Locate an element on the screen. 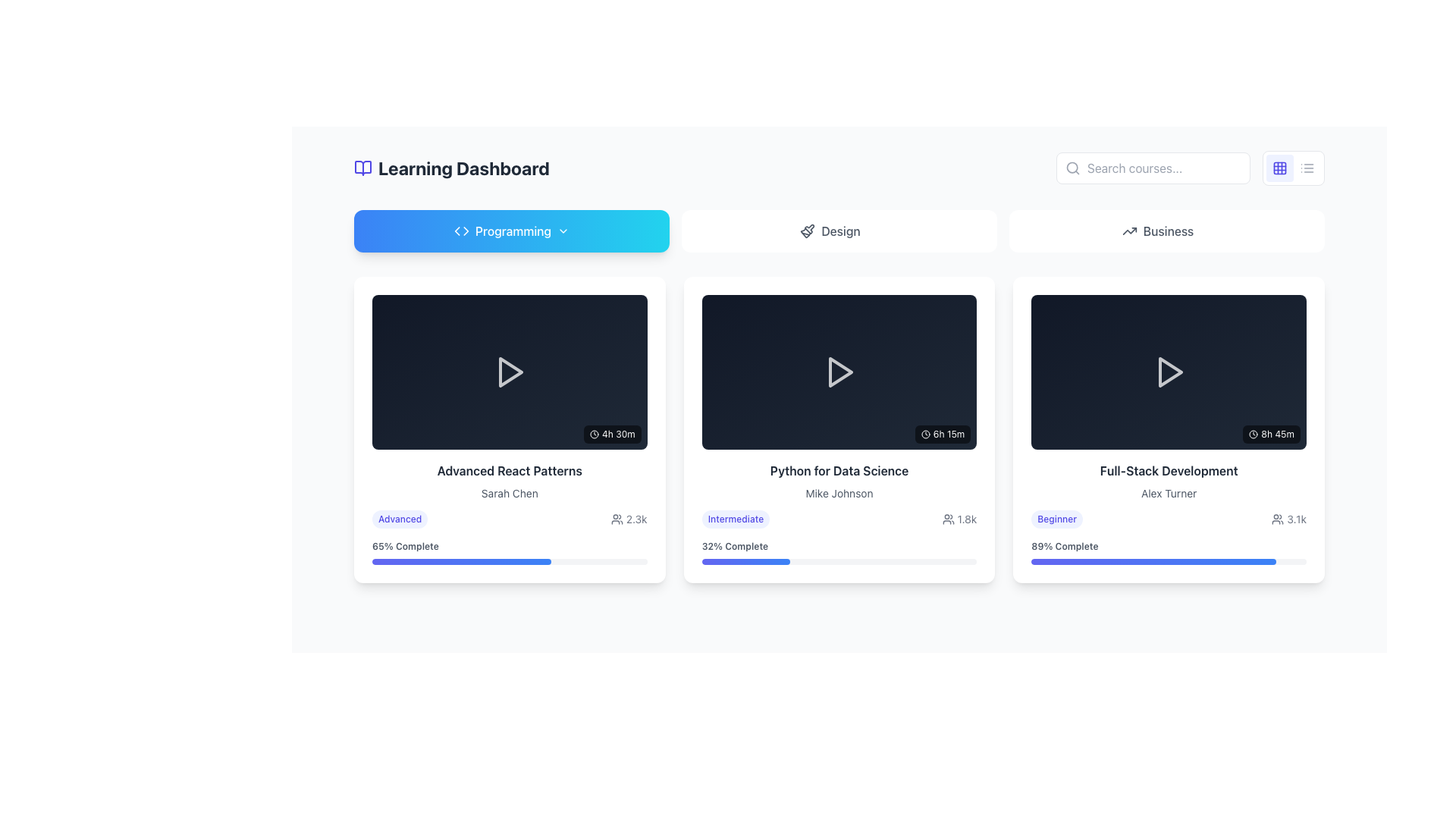 The width and height of the screenshot is (1456, 819). the second card in the grid layout, which has a white background, rounded corners, and contains a title, subtitle, and progress bar is located at coordinates (839, 430).